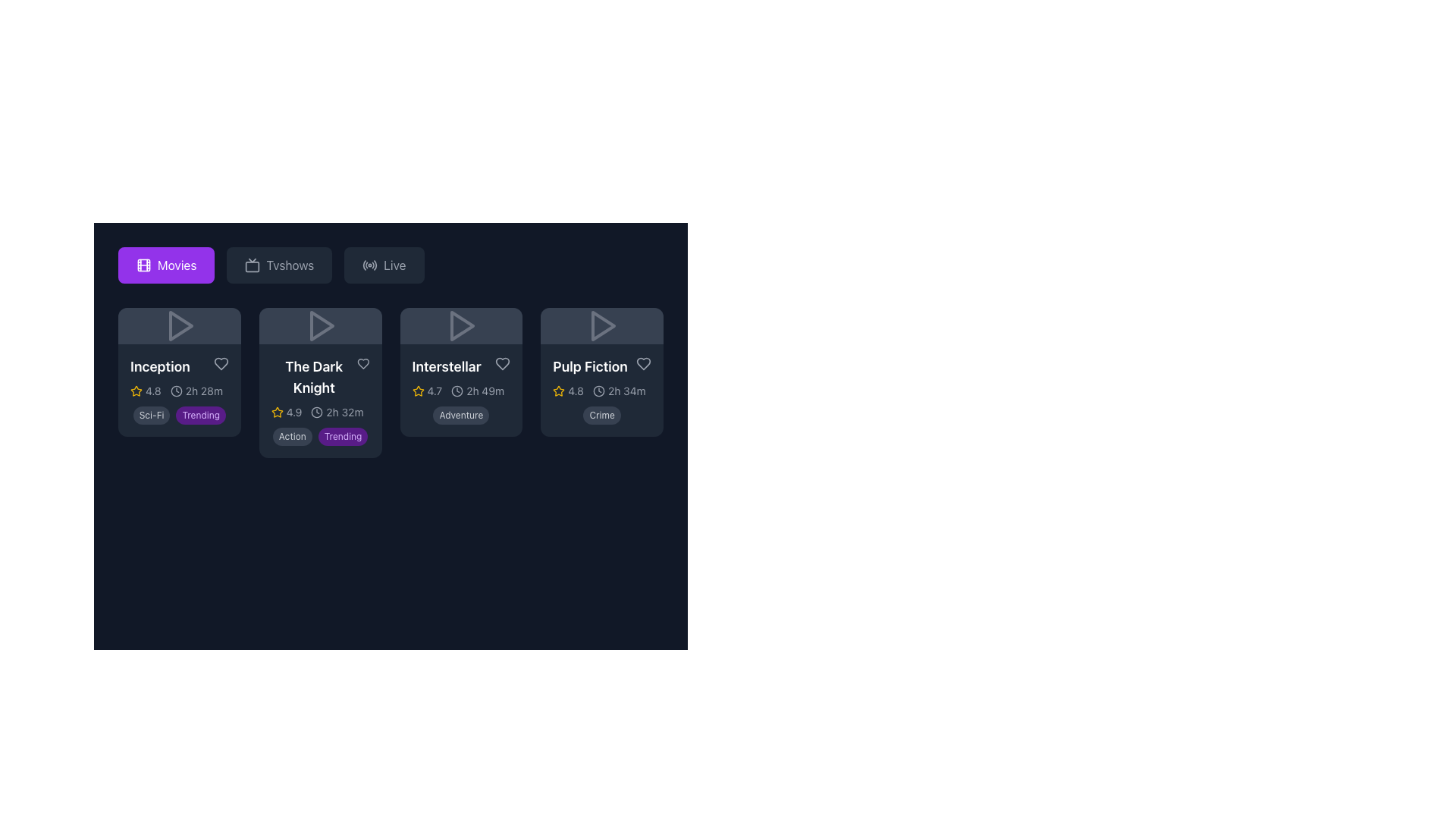 This screenshot has height=819, width=1456. What do you see at coordinates (277, 412) in the screenshot?
I see `the star icon representing the movie rating in the second movie card for 'The Dark Knight', located to the left of the numerical rating text '4.9'` at bounding box center [277, 412].